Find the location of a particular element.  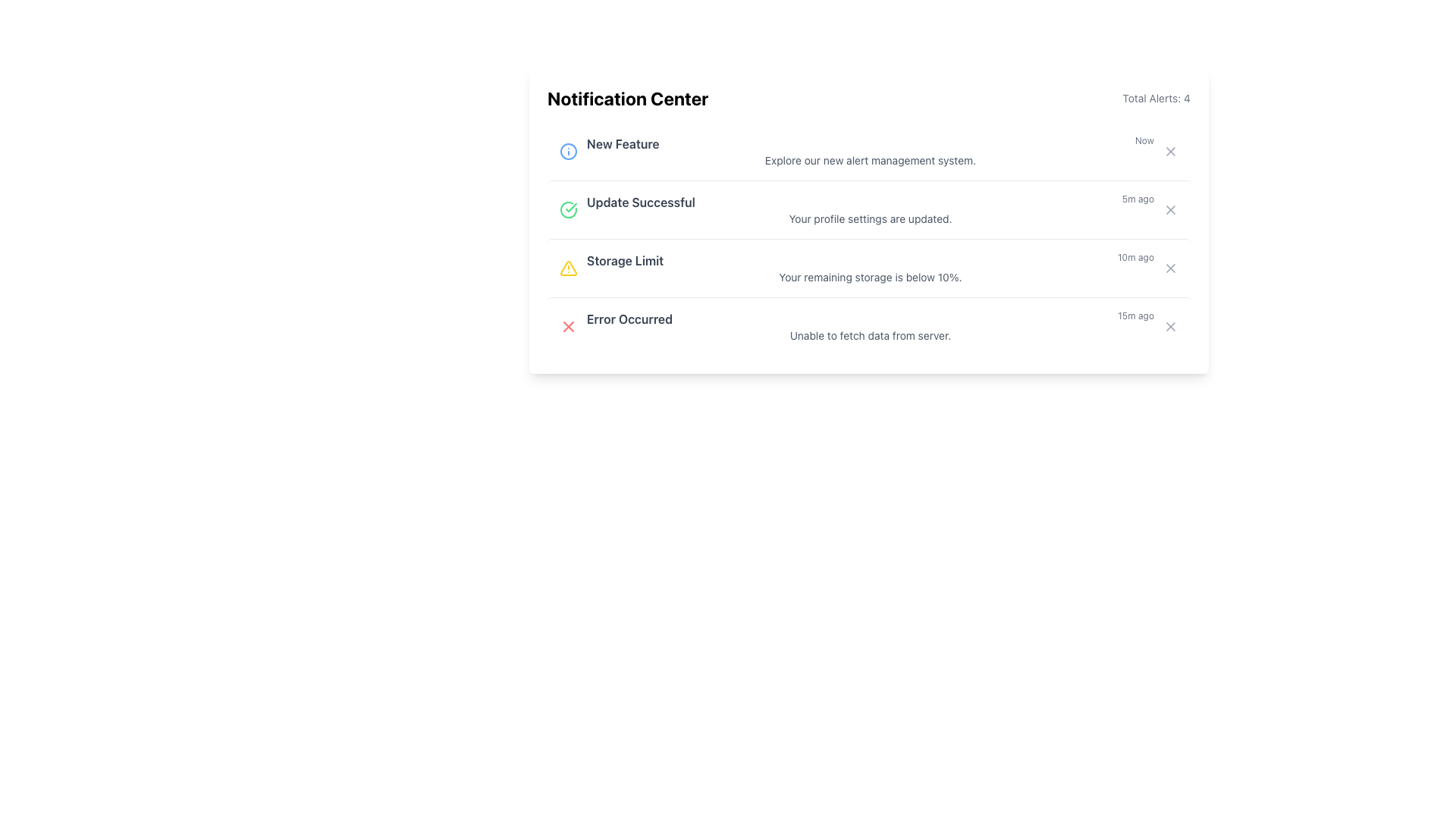

the timestamp text label in the second row of the Notification Center, located to the right of 'Update Successful' is located at coordinates (1137, 201).